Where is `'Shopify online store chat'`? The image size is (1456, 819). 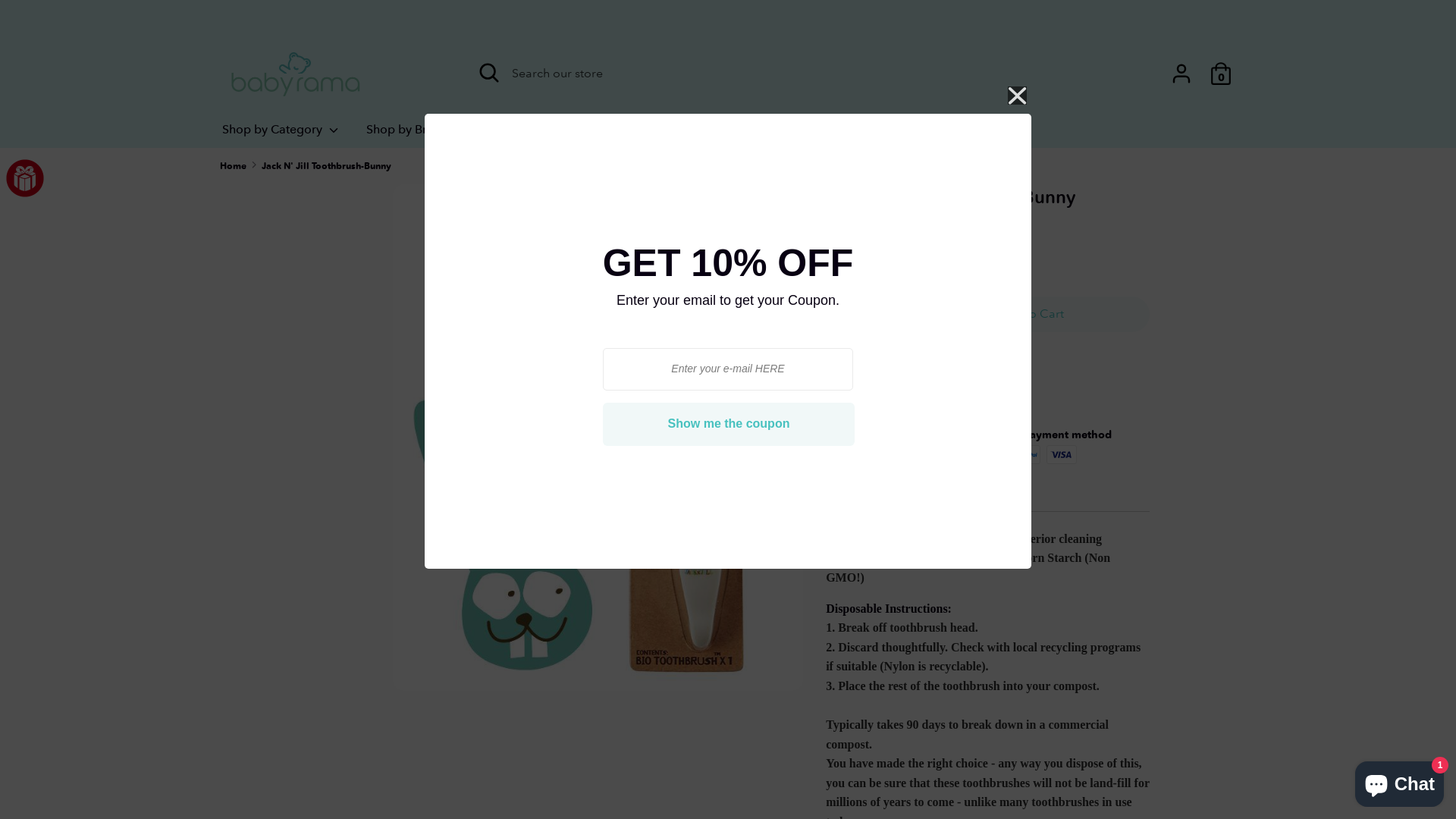 'Shopify online store chat' is located at coordinates (1398, 780).